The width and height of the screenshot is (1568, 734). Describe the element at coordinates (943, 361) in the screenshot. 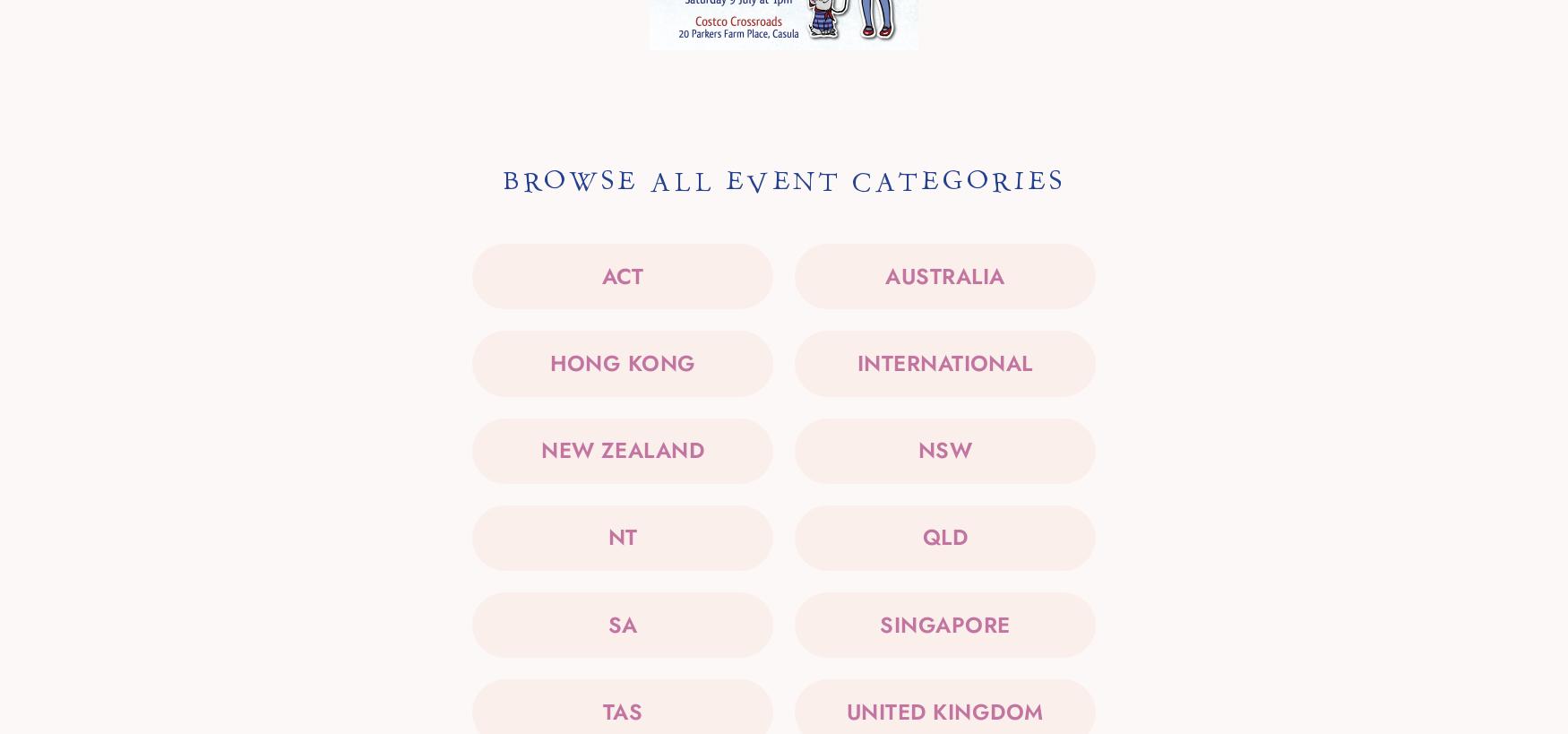

I see `'International'` at that location.